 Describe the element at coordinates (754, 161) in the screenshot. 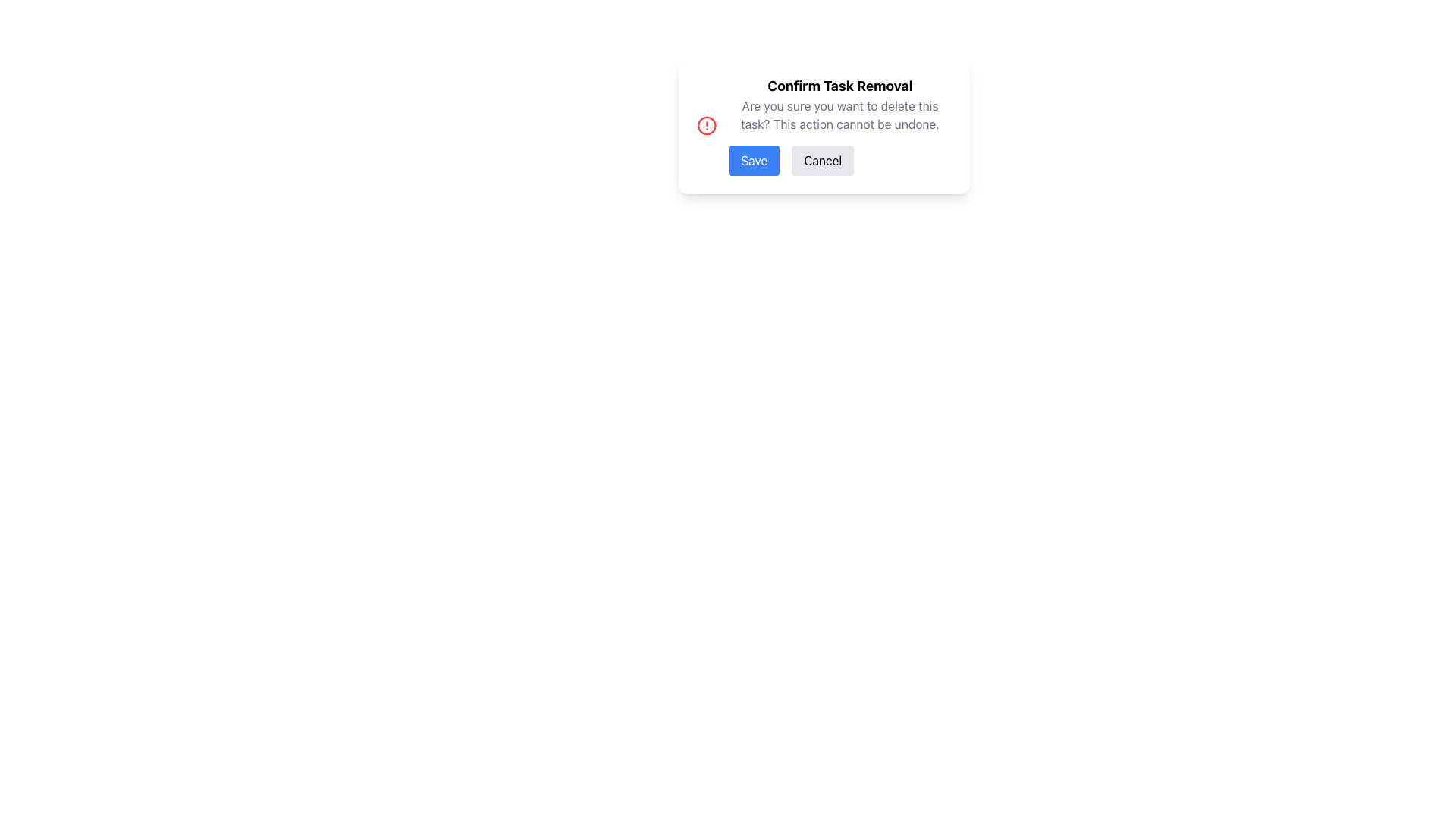

I see `the 'Save' button` at that location.